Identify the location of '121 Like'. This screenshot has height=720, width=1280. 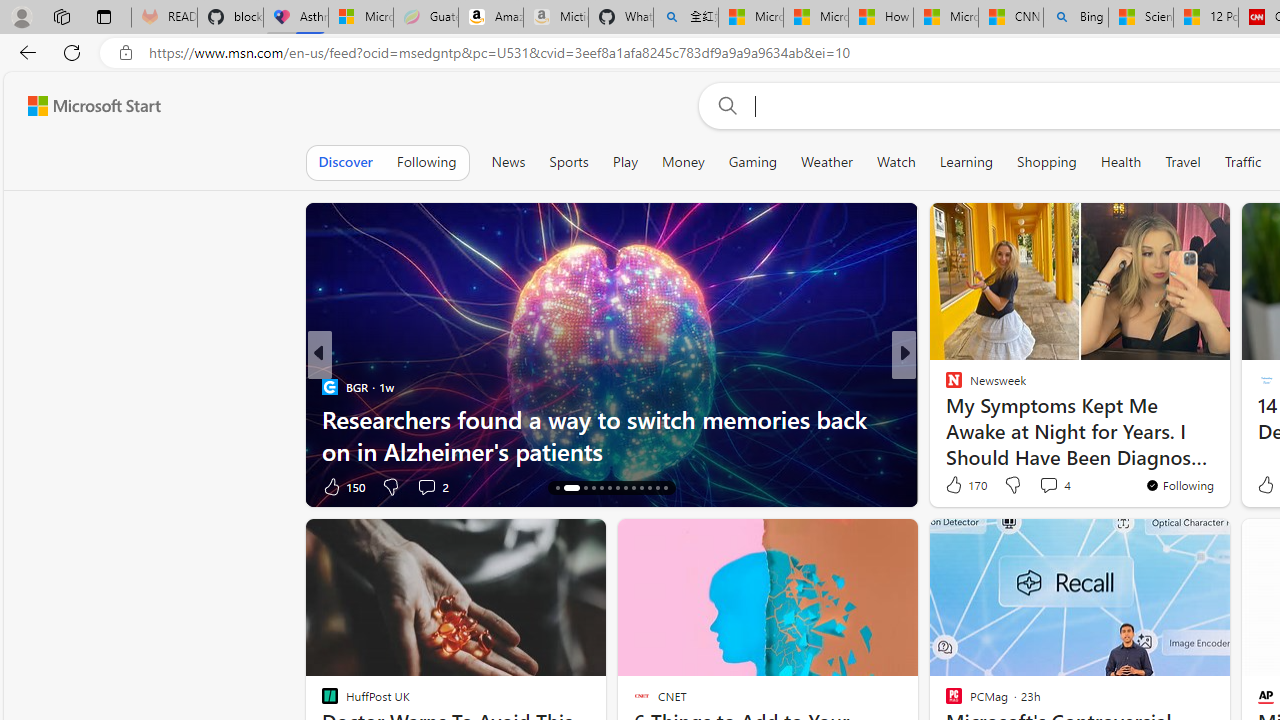
(958, 486).